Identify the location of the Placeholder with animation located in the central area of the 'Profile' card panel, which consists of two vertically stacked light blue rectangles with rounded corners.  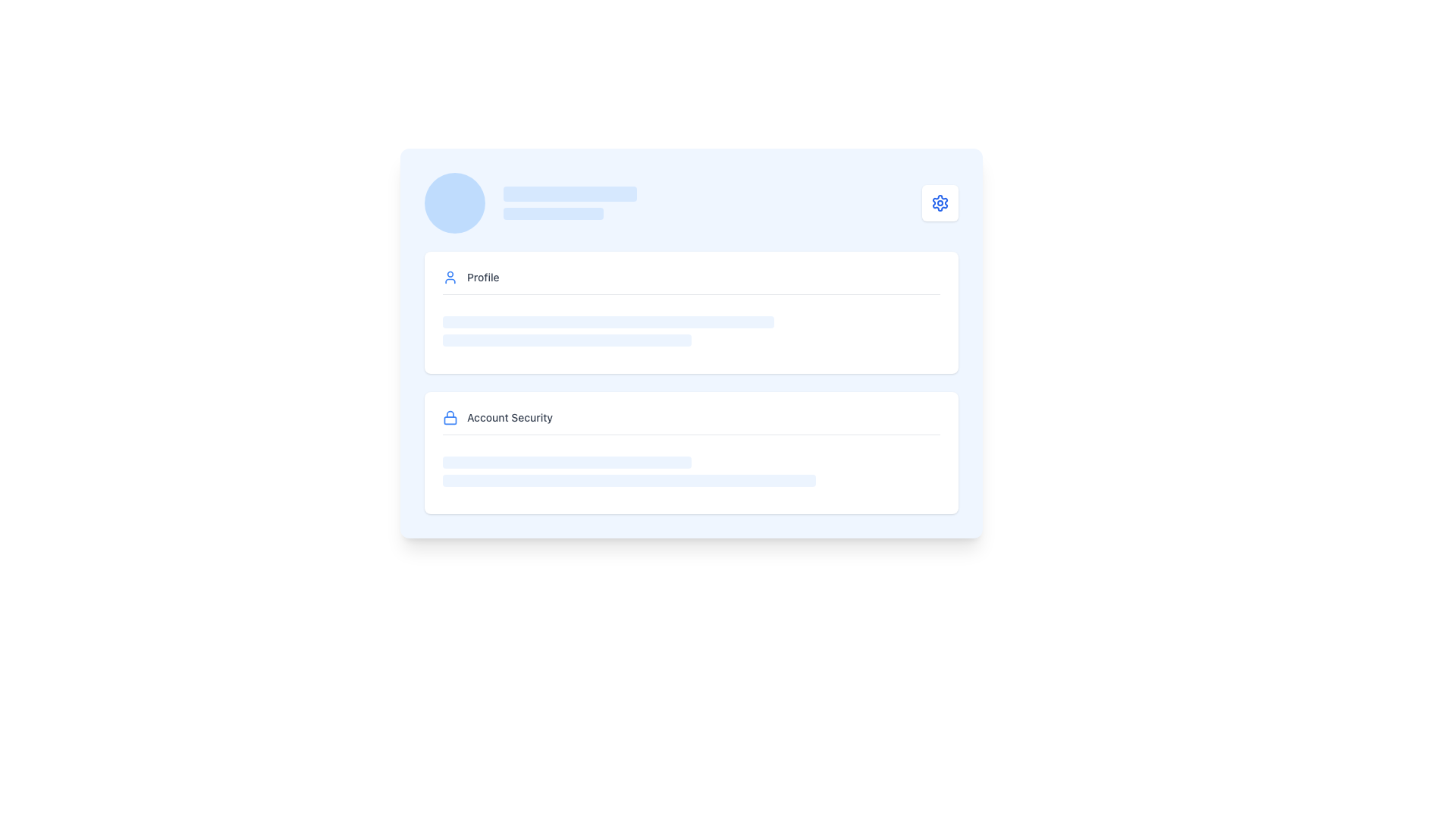
(691, 330).